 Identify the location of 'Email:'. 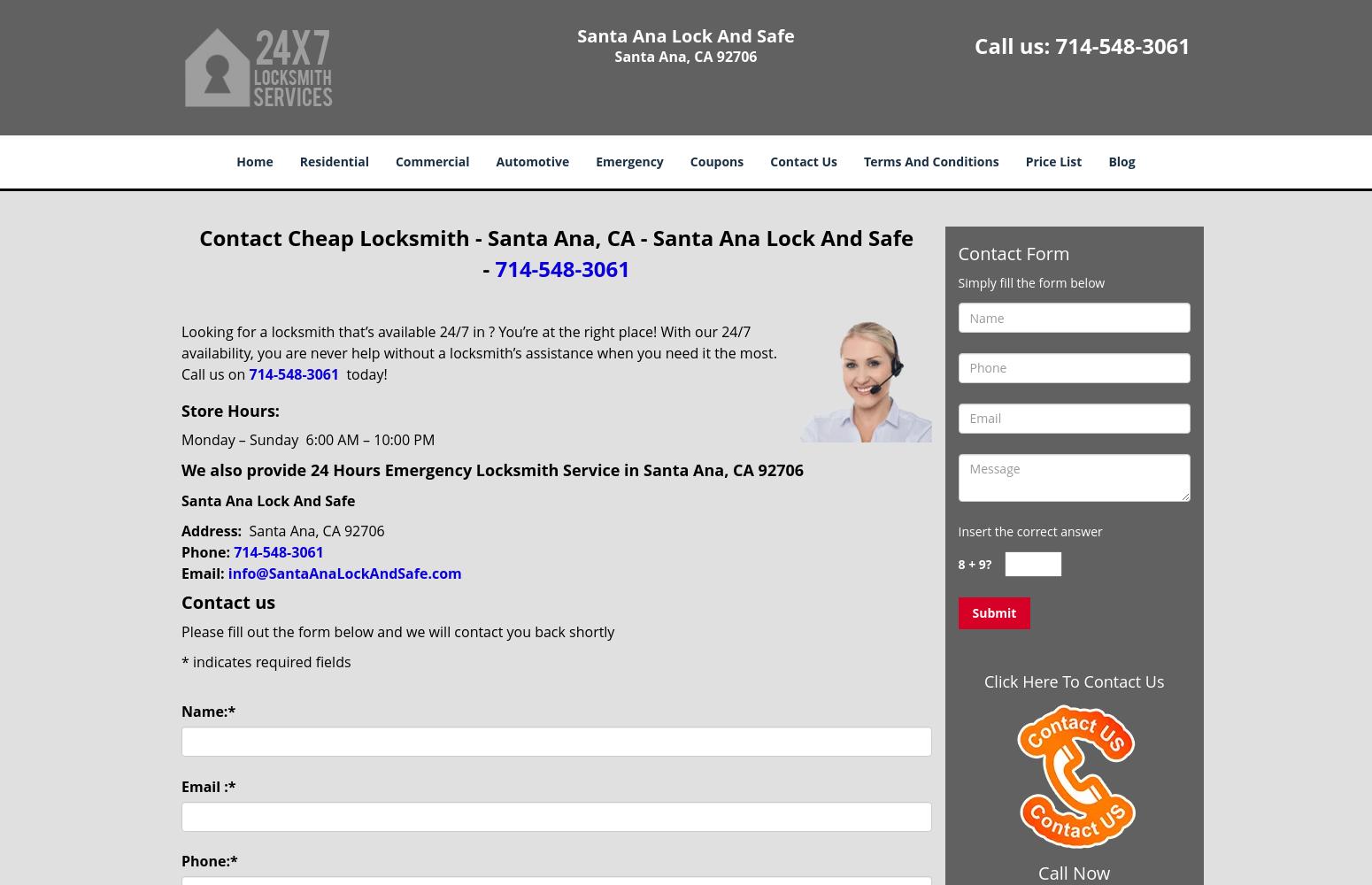
(203, 573).